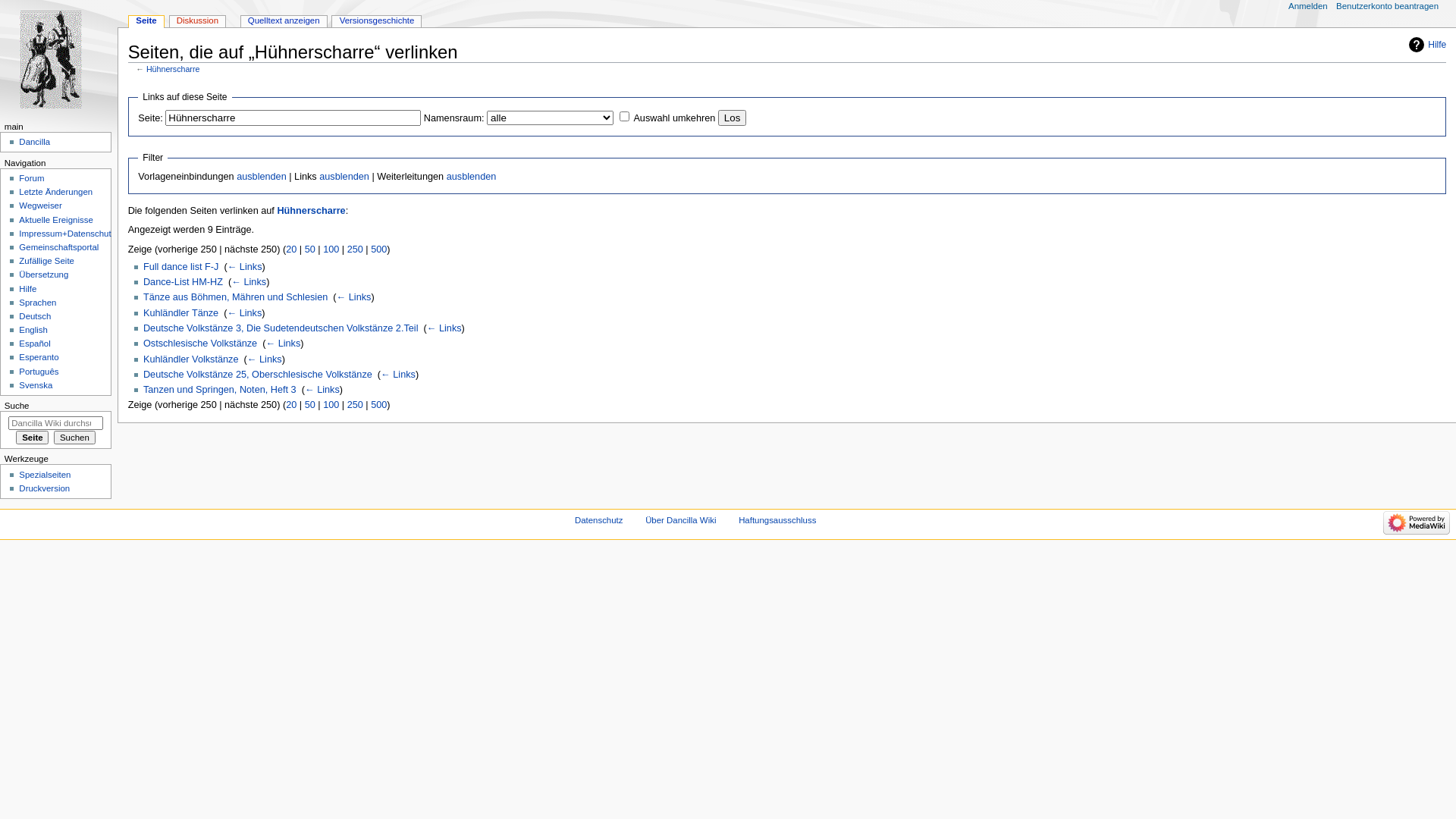 This screenshot has width=1456, height=819. I want to click on 'Deutsch', so click(35, 315).